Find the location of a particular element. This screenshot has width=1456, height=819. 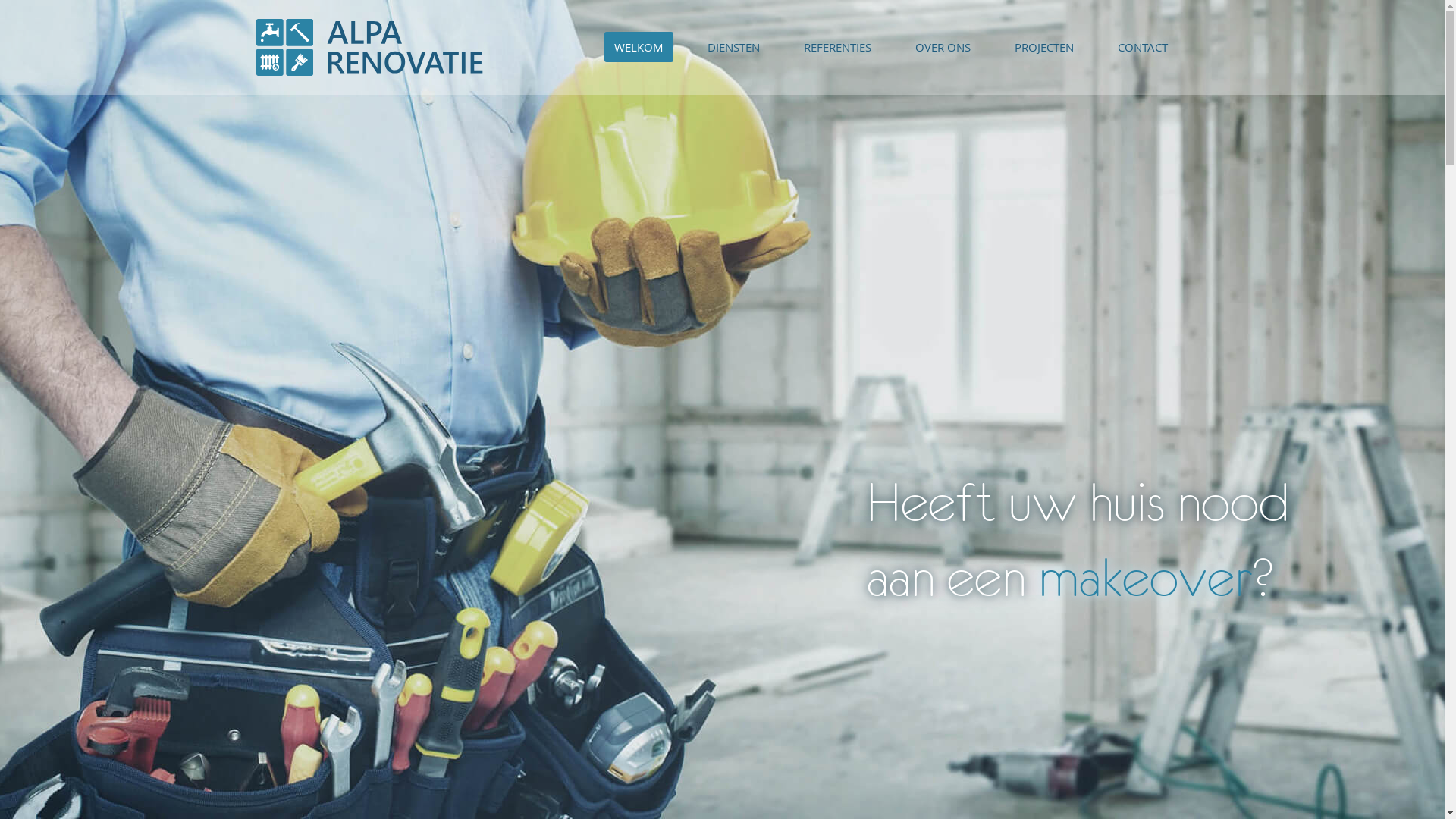

'CONTACT' is located at coordinates (1143, 45).